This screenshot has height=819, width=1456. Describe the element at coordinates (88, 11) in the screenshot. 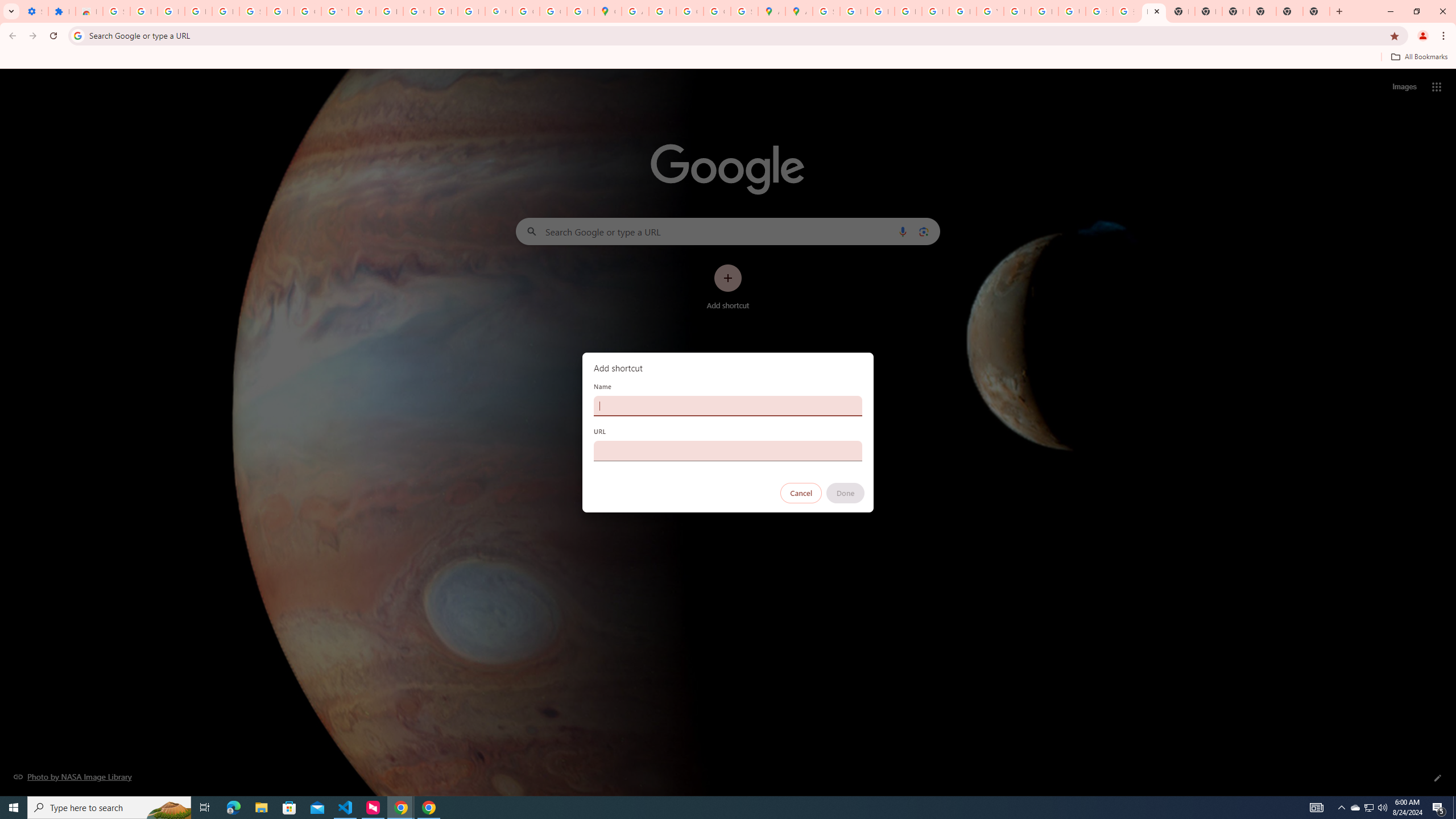

I see `'Reviews: Helix Fruit Jump Arcade Game'` at that location.